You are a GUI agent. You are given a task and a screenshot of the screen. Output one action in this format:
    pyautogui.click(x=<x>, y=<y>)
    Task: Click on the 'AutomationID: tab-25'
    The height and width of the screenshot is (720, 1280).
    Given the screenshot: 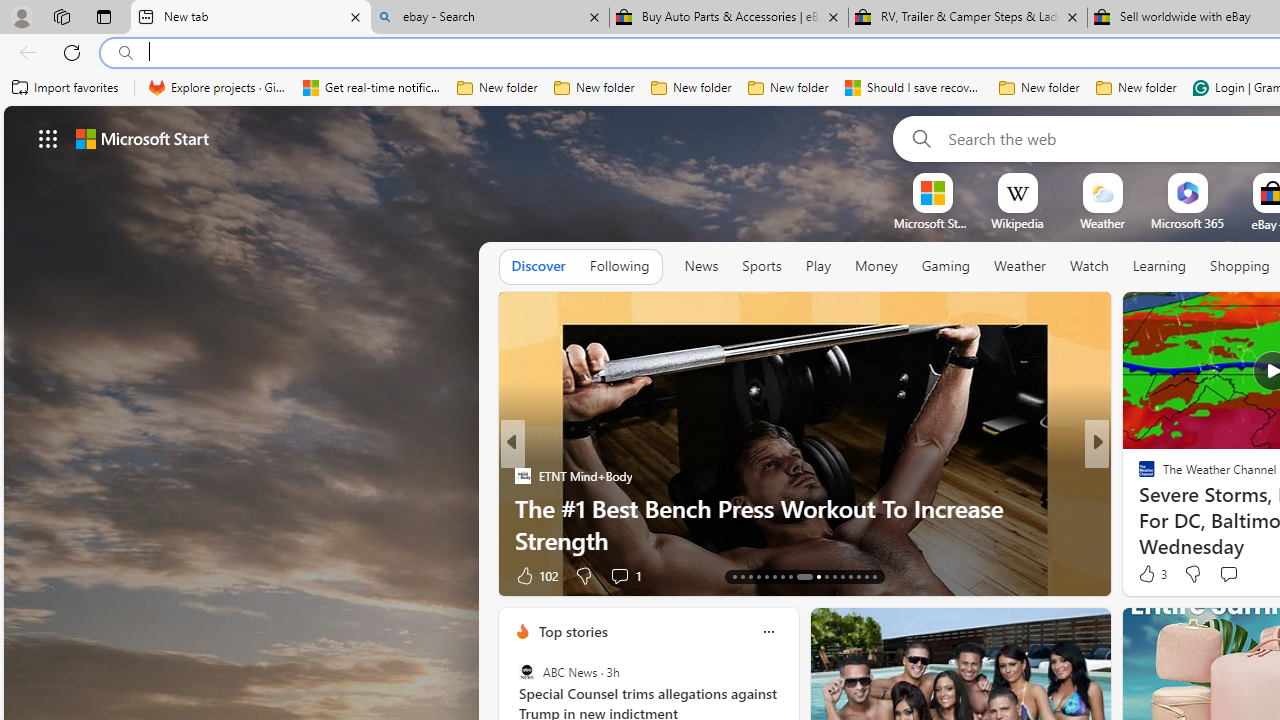 What is the action you would take?
    pyautogui.click(x=842, y=577)
    